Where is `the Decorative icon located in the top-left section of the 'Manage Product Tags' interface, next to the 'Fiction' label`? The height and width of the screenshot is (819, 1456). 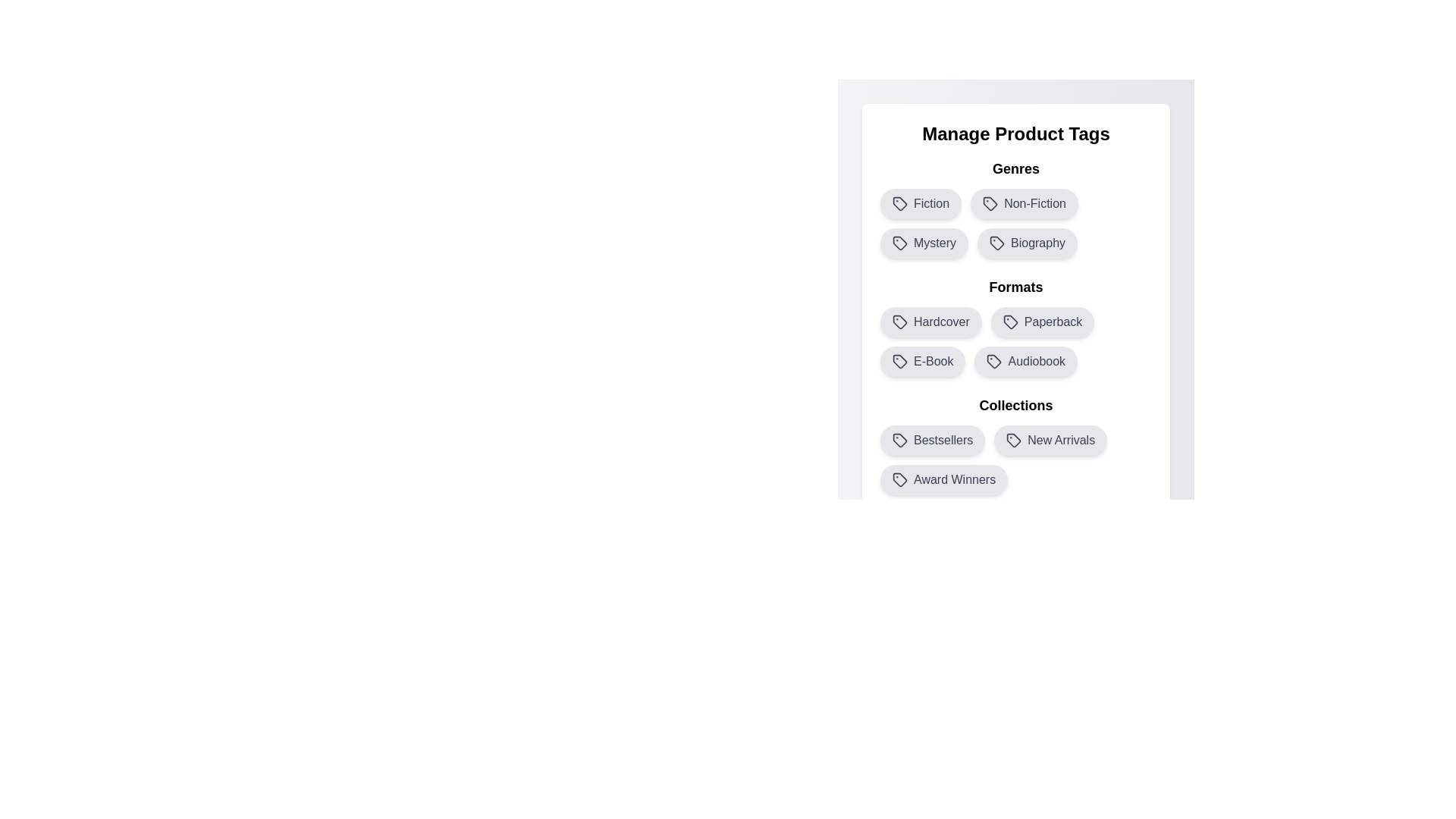
the Decorative icon located in the top-left section of the 'Manage Product Tags' interface, next to the 'Fiction' label is located at coordinates (899, 203).